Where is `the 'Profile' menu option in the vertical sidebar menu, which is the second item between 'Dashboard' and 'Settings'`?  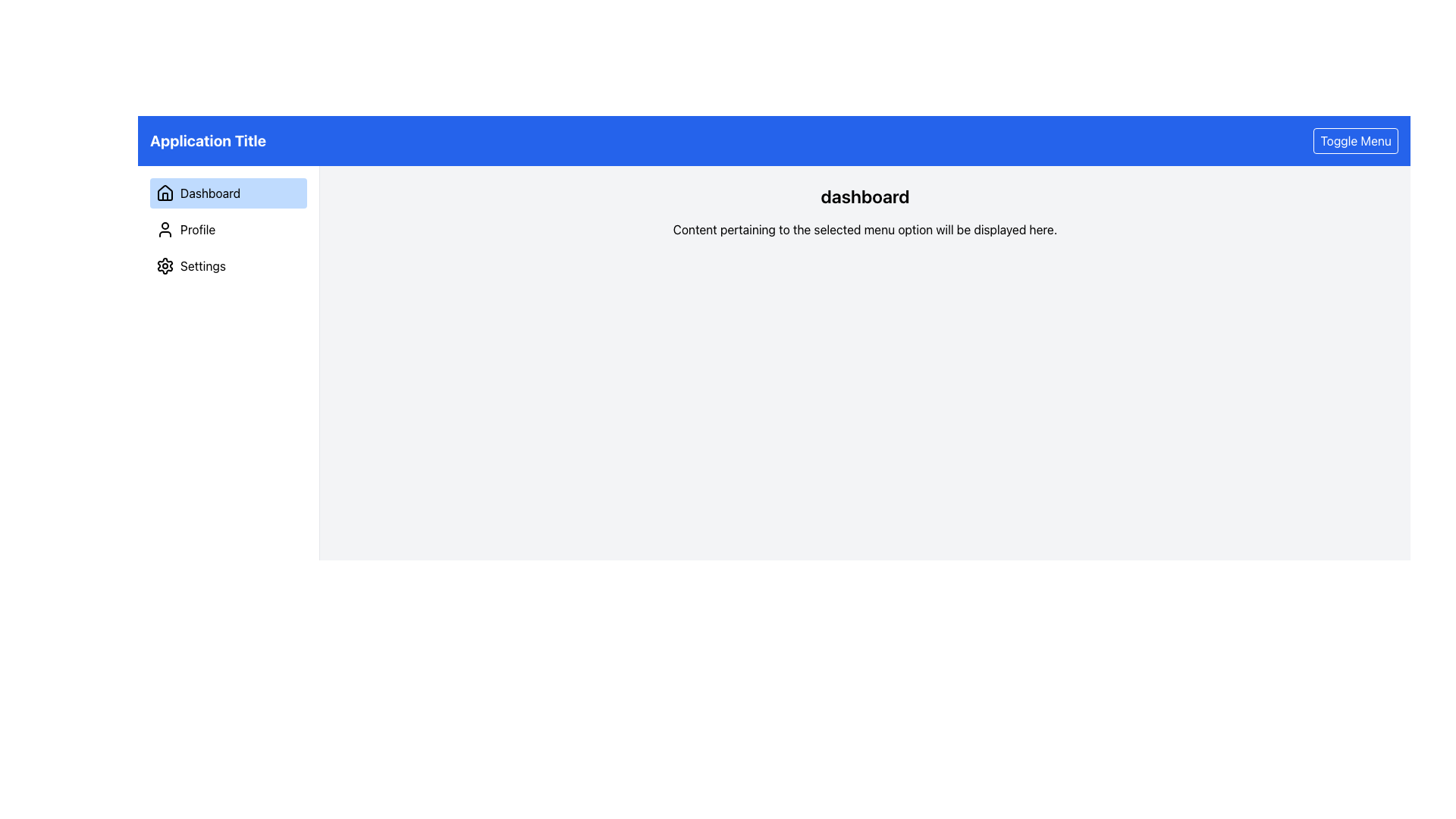 the 'Profile' menu option in the vertical sidebar menu, which is the second item between 'Dashboard' and 'Settings' is located at coordinates (197, 230).